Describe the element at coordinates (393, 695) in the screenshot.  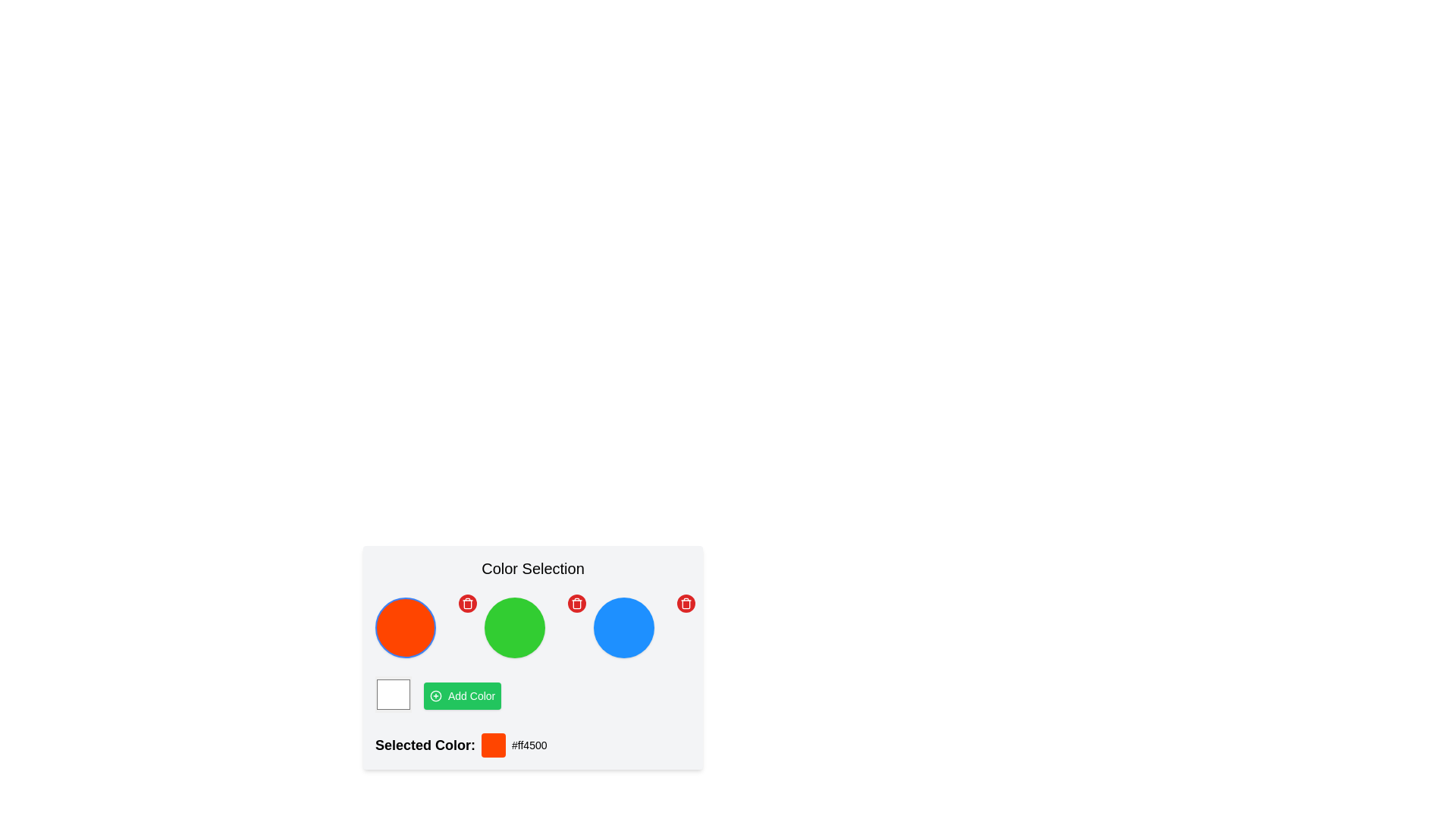
I see `the color selector or interaction box located to the left of the green 'Add Color' button` at that location.